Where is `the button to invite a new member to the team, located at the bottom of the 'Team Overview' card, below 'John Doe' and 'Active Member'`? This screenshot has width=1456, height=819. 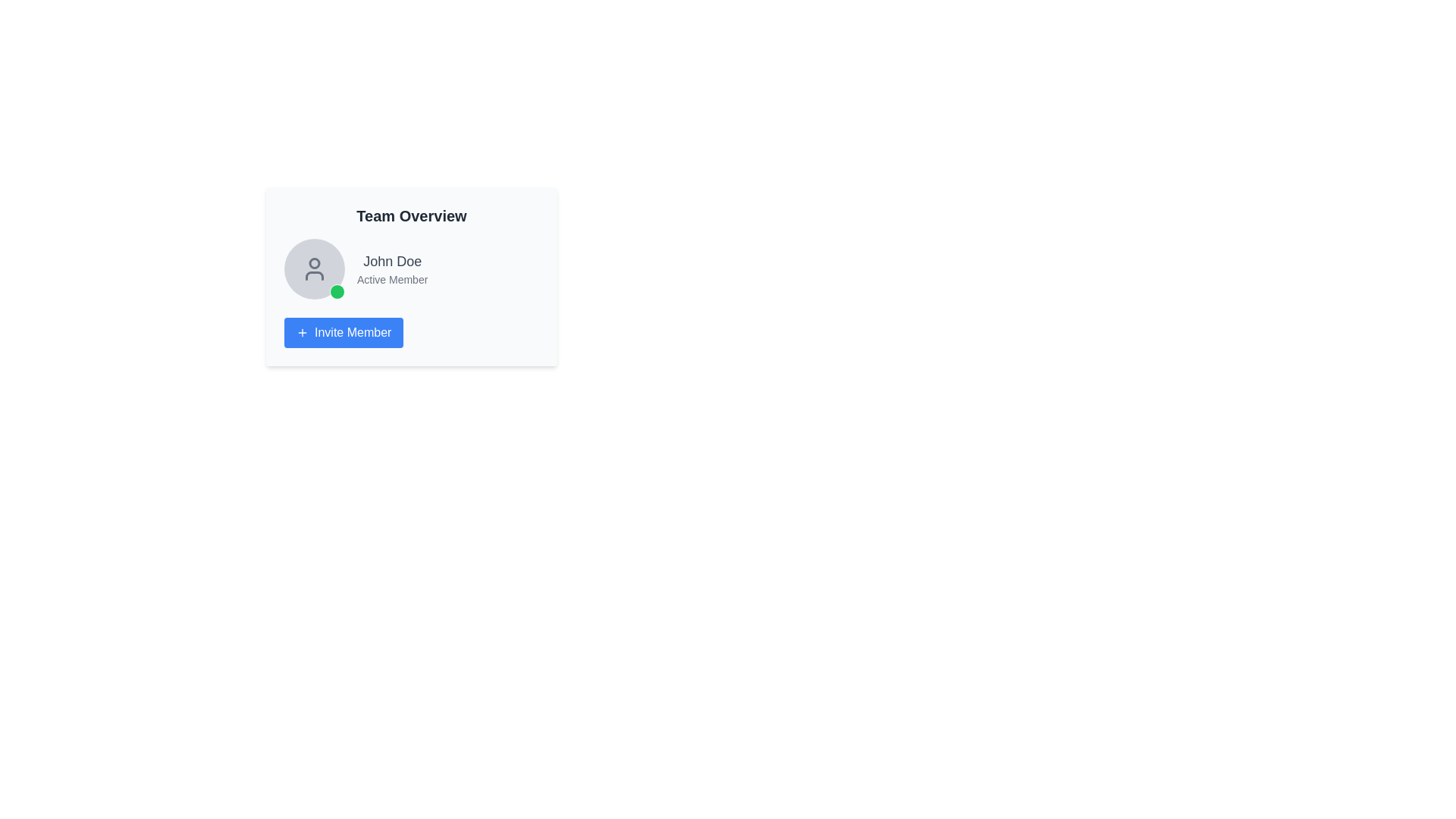 the button to invite a new member to the team, located at the bottom of the 'Team Overview' card, below 'John Doe' and 'Active Member' is located at coordinates (343, 332).